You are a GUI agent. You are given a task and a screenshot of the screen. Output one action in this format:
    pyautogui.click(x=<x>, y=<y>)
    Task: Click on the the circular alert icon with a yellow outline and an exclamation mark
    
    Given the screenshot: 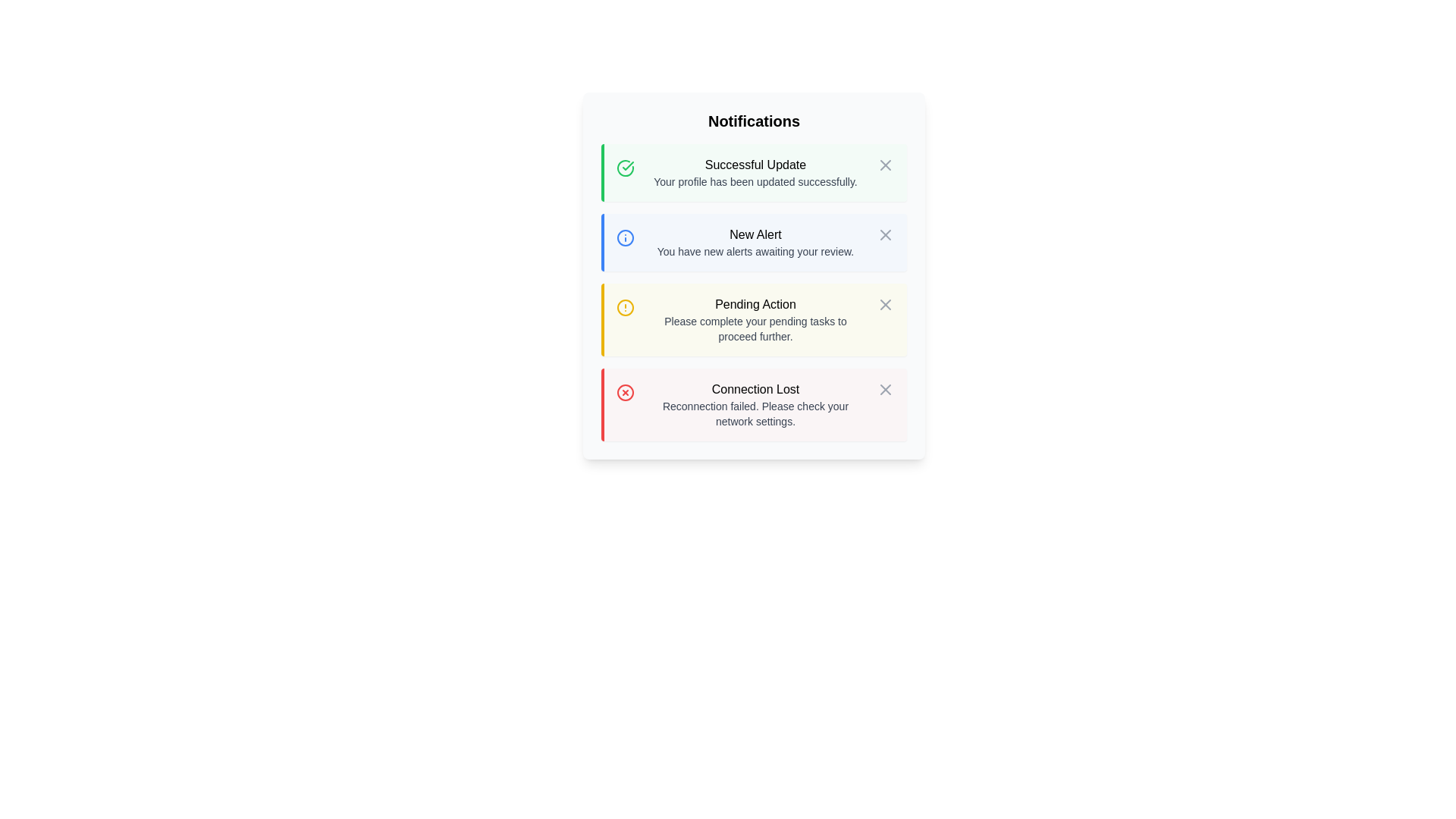 What is the action you would take?
    pyautogui.click(x=626, y=307)
    